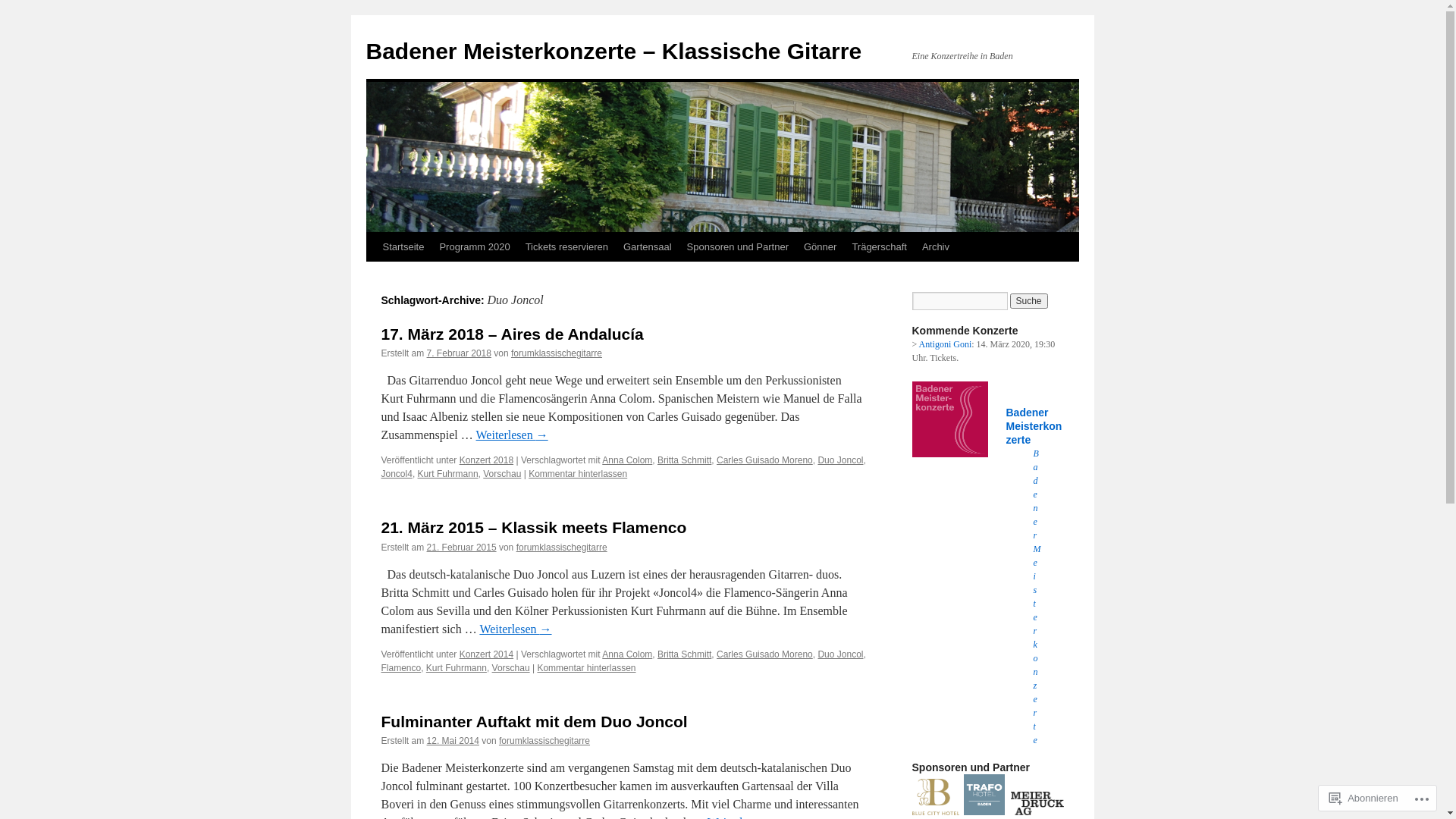 The height and width of the screenshot is (819, 1456). What do you see at coordinates (566, 246) in the screenshot?
I see `'Tickets reservieren'` at bounding box center [566, 246].